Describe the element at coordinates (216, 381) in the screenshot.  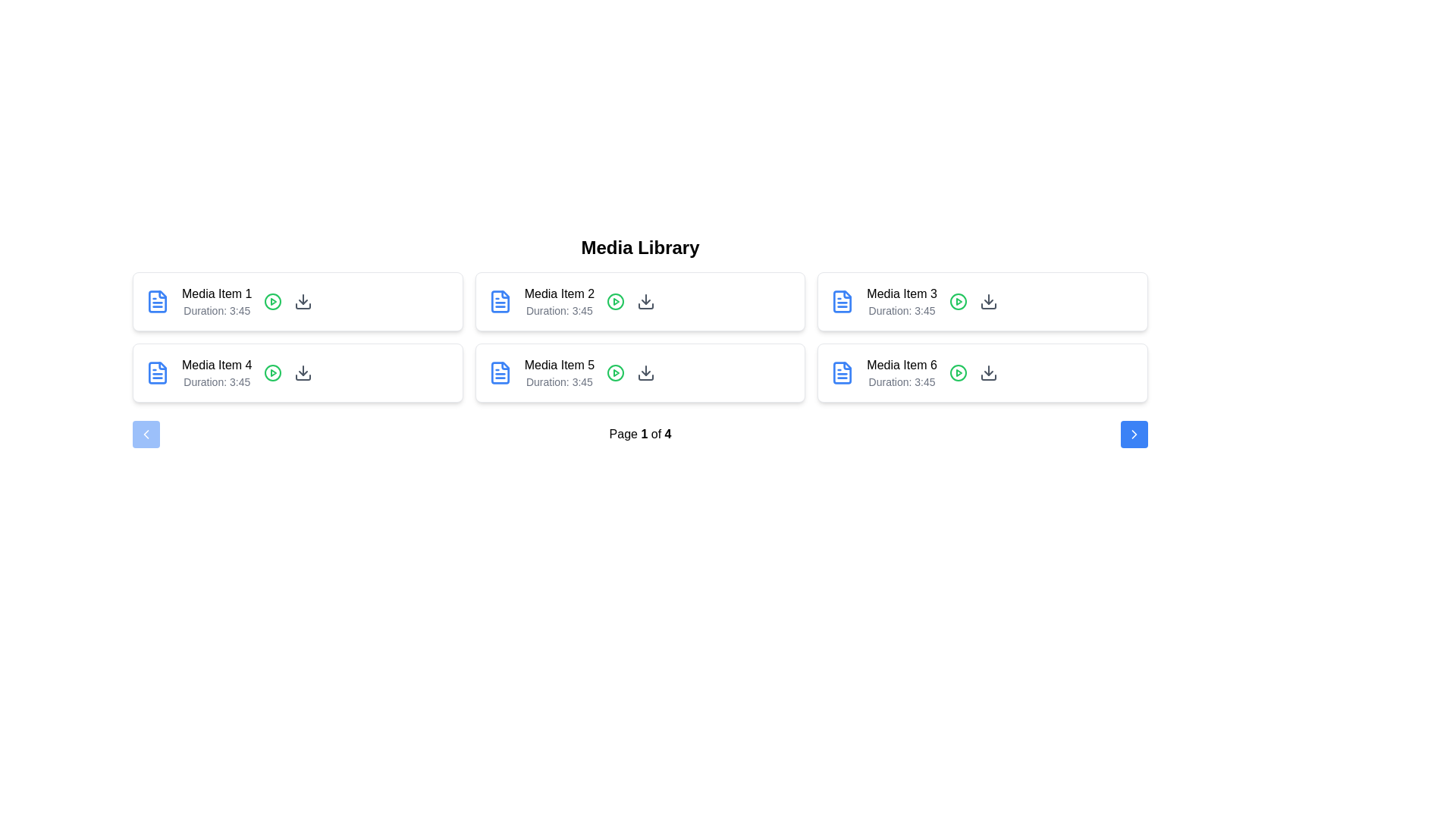
I see `the text label displaying 'Duration: 3:45' located beneath the title 'Media Item 4' in the card-like structure` at that location.